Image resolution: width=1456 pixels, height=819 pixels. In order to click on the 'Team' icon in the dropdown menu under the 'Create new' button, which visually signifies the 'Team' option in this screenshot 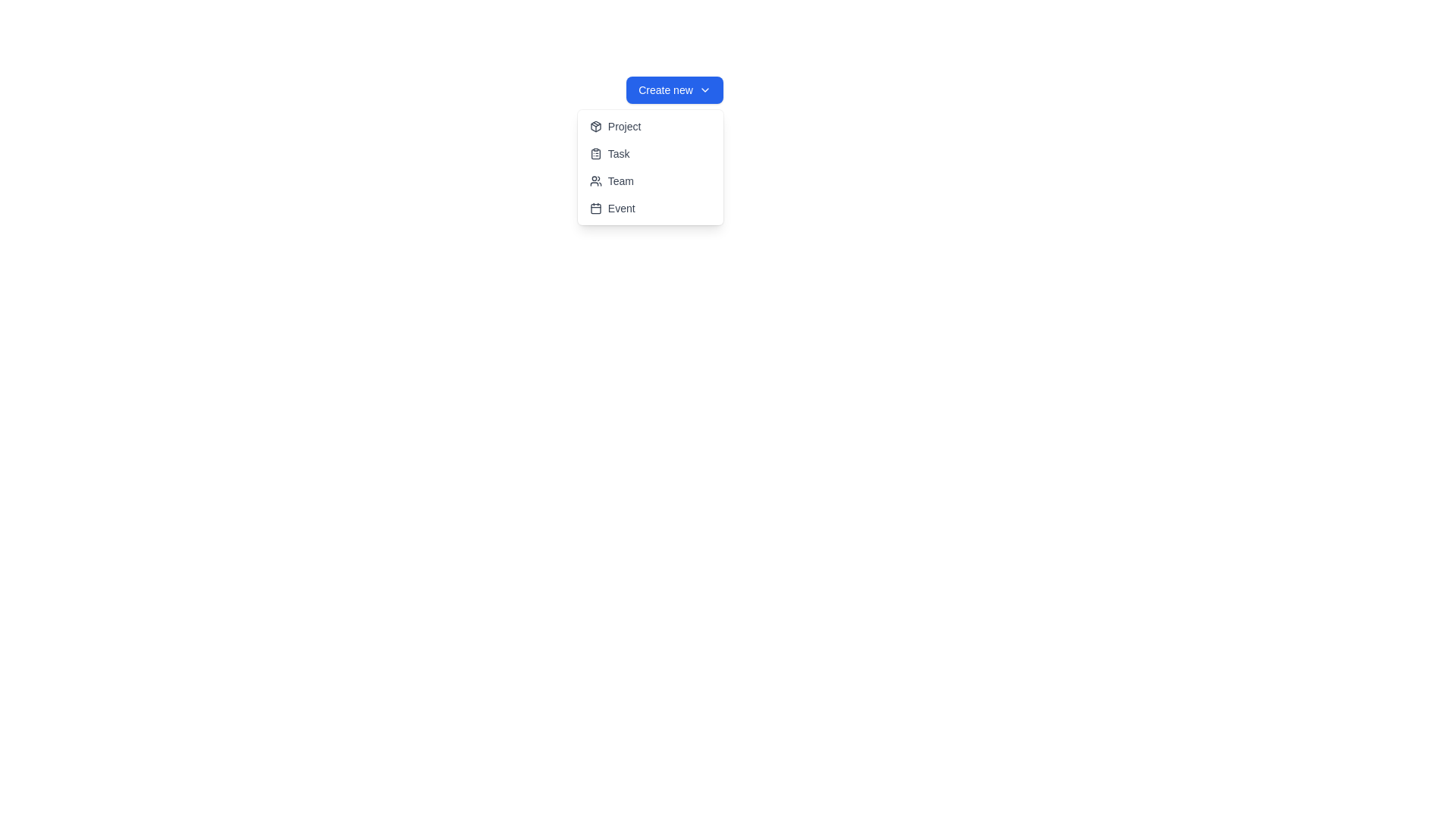, I will do `click(595, 180)`.